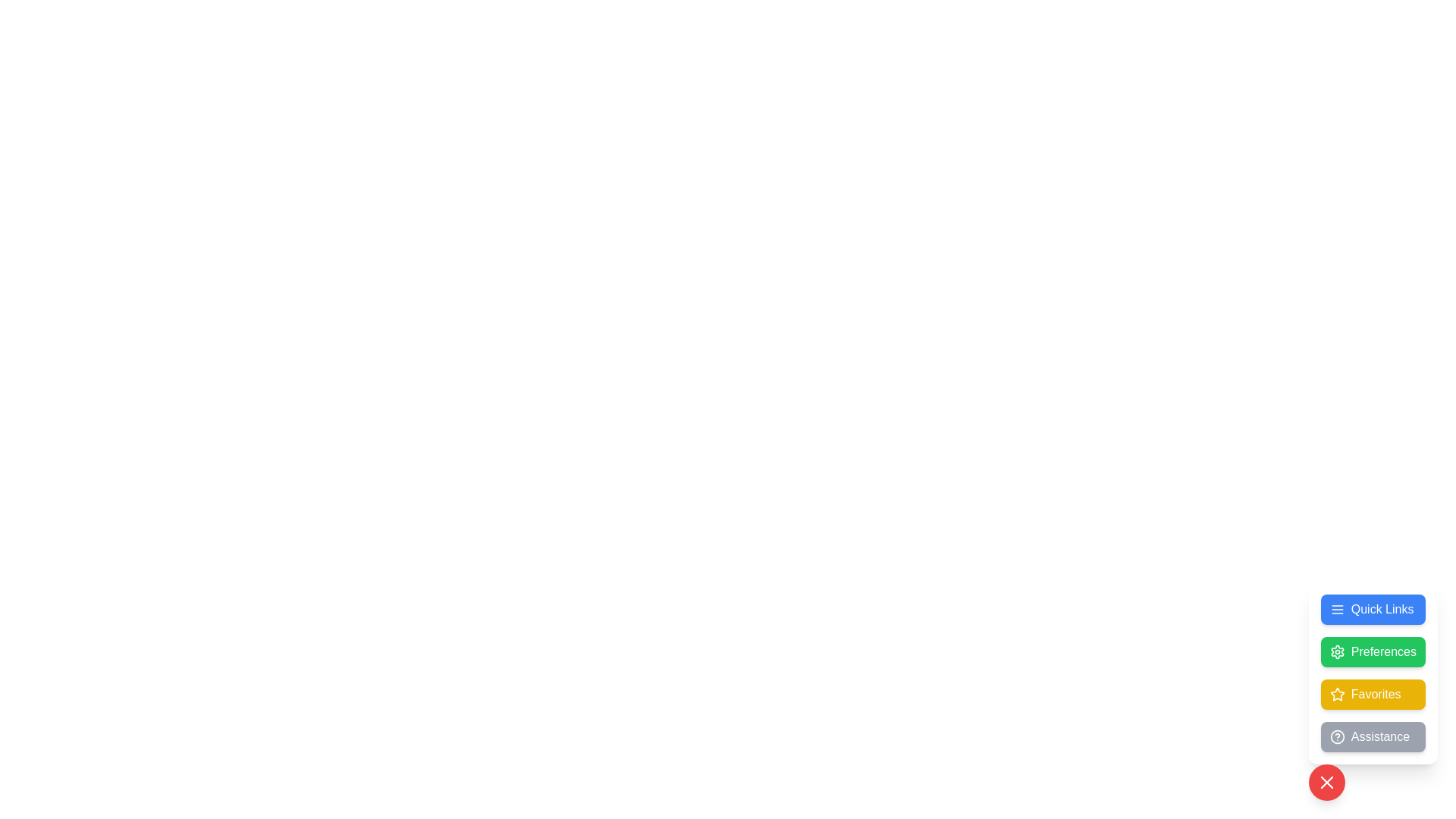 Image resolution: width=1456 pixels, height=819 pixels. What do you see at coordinates (1326, 783) in the screenshot?
I see `the close or cancel icon located within the red circular button at the bottom-right corner of the interface` at bounding box center [1326, 783].